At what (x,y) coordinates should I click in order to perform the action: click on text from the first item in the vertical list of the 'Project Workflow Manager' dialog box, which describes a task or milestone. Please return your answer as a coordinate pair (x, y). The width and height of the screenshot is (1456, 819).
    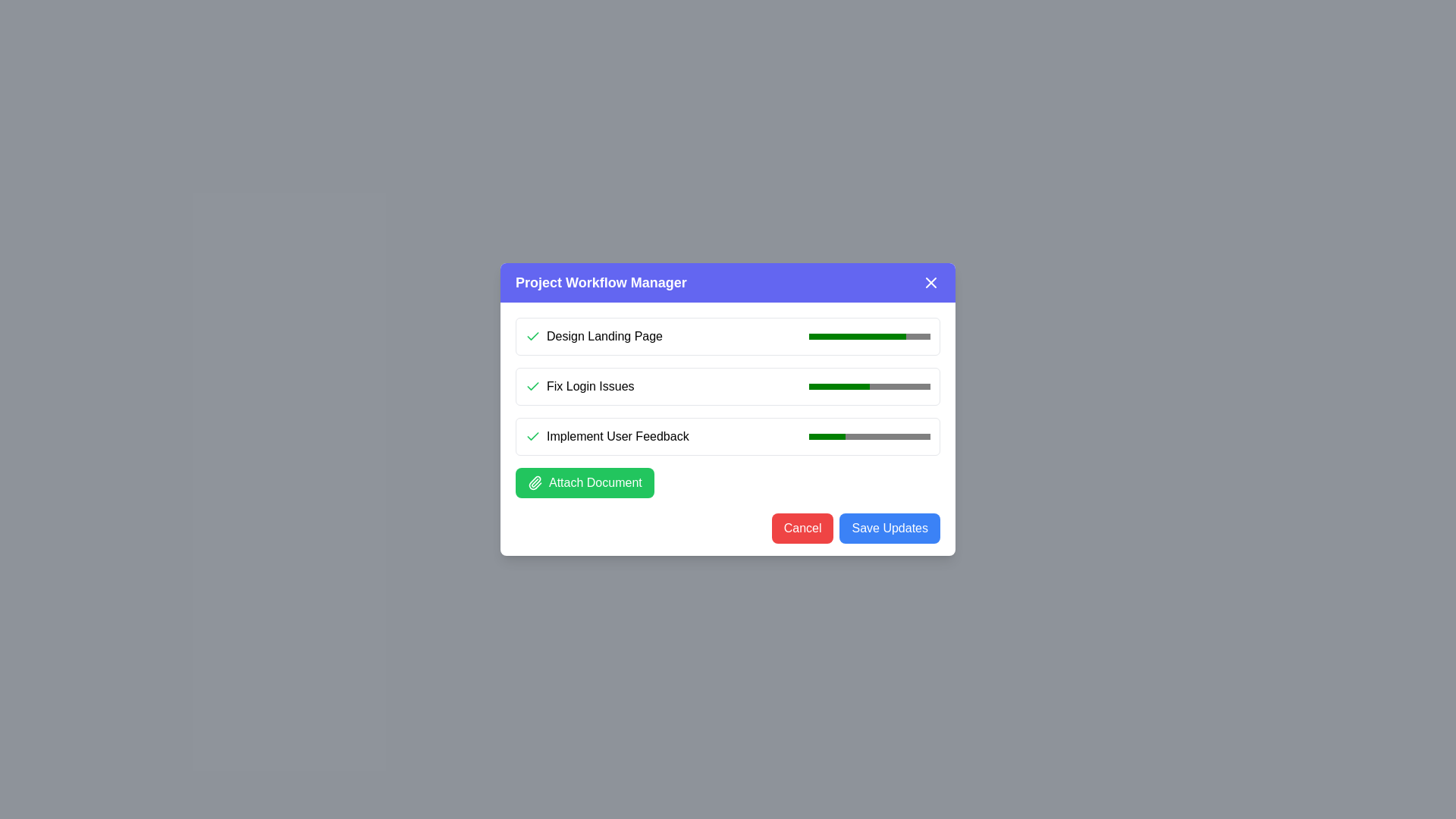
    Looking at the image, I should click on (604, 335).